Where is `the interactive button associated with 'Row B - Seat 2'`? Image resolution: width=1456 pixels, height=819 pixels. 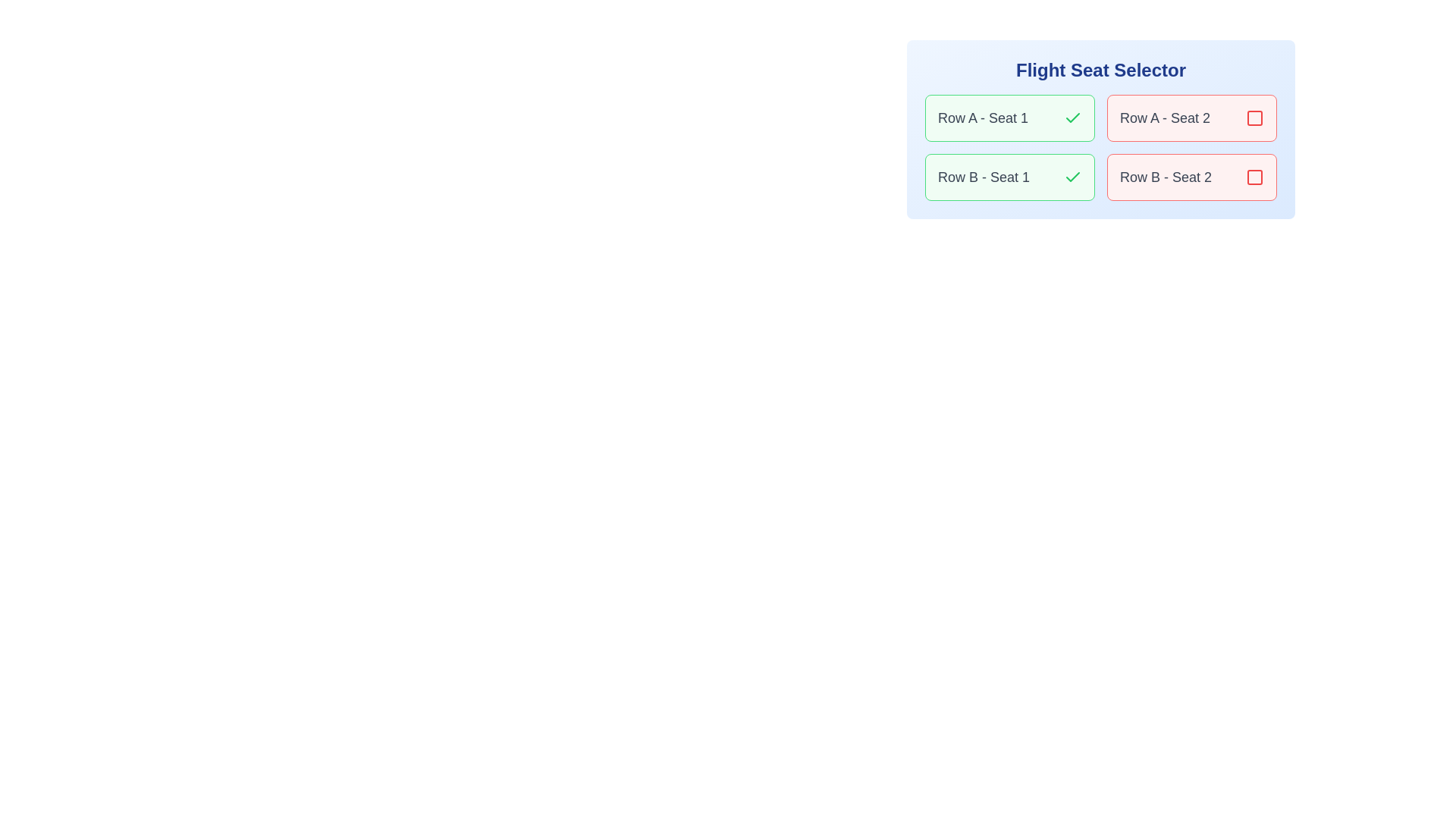
the interactive button associated with 'Row B - Seat 2' is located at coordinates (1255, 177).